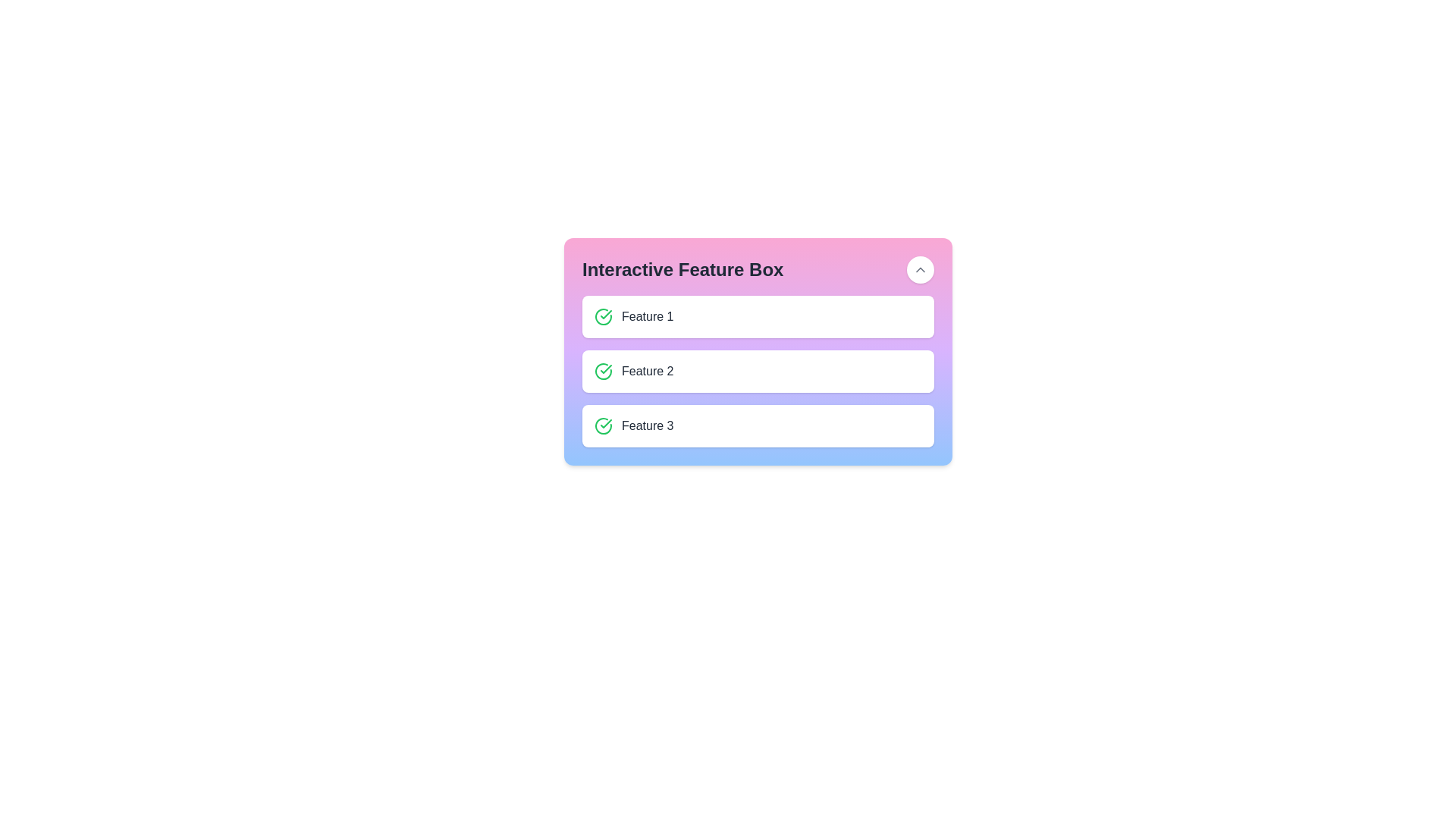 This screenshot has width=1456, height=819. I want to click on the green circular icon with a checkmark inside, which is located to the left of the 'Feature 1' label in the 'Interactive Feature Box', so click(603, 315).